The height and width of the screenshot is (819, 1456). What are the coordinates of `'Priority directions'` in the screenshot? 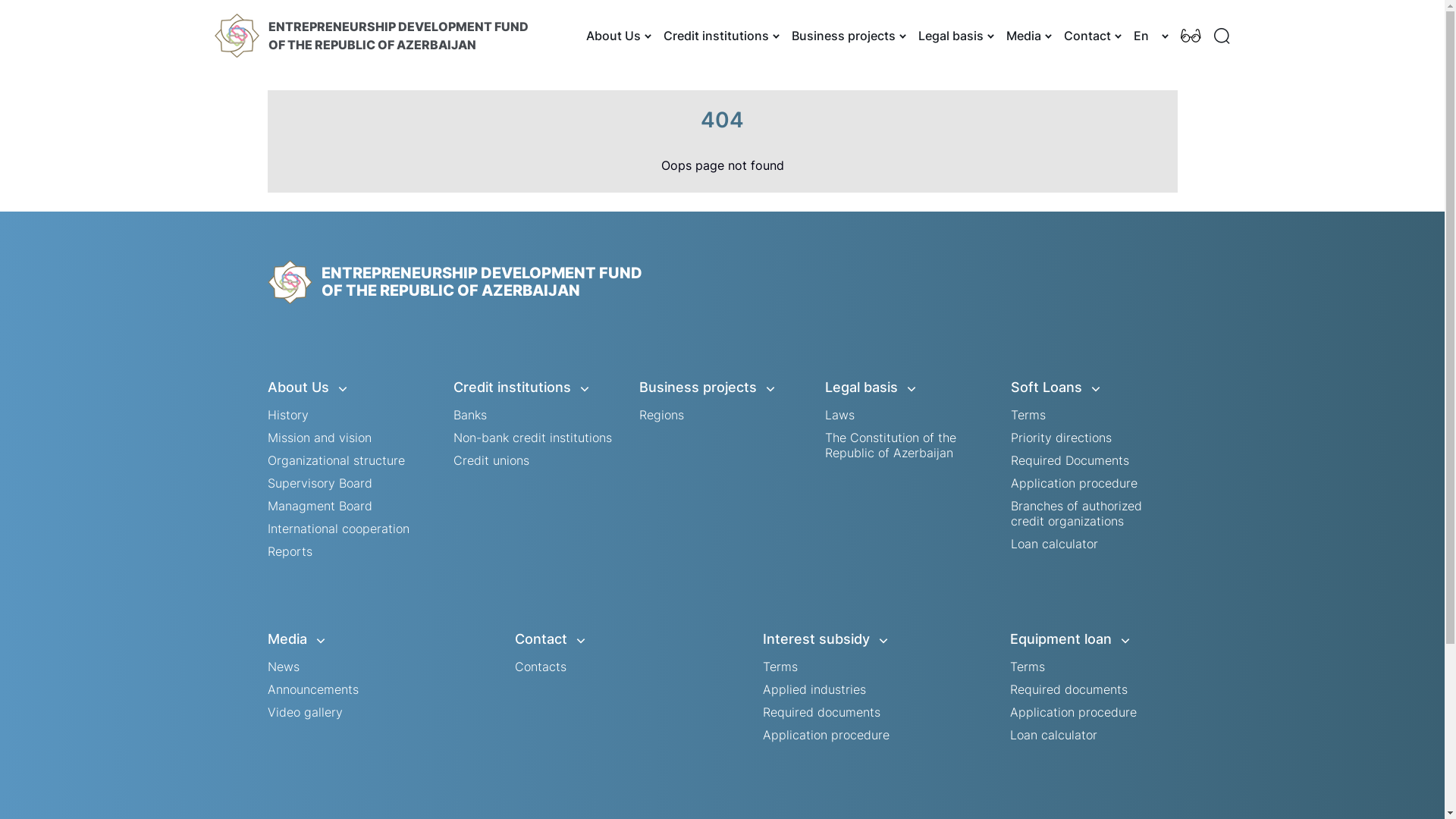 It's located at (1059, 438).